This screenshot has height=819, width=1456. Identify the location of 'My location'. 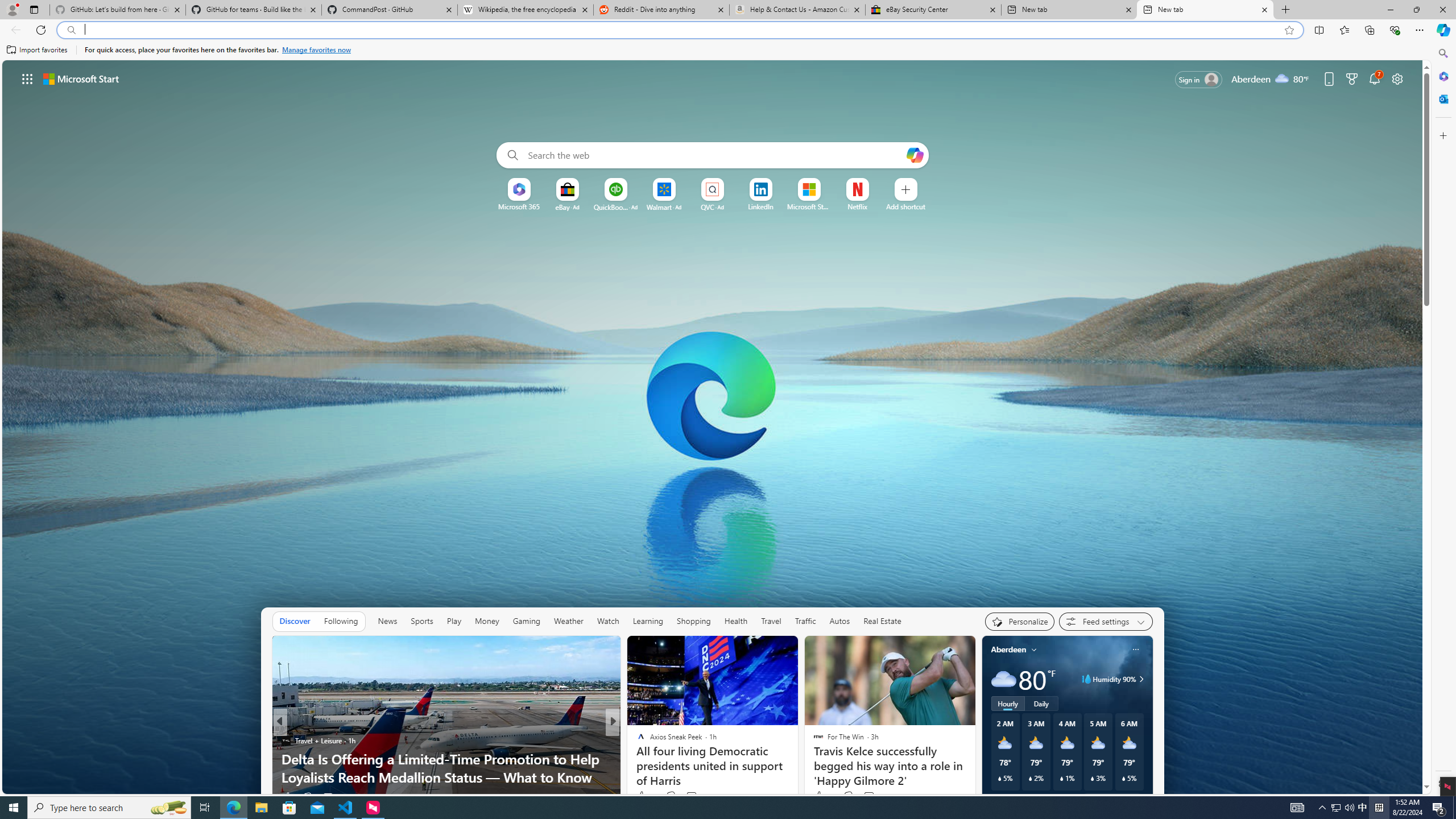
(1033, 649).